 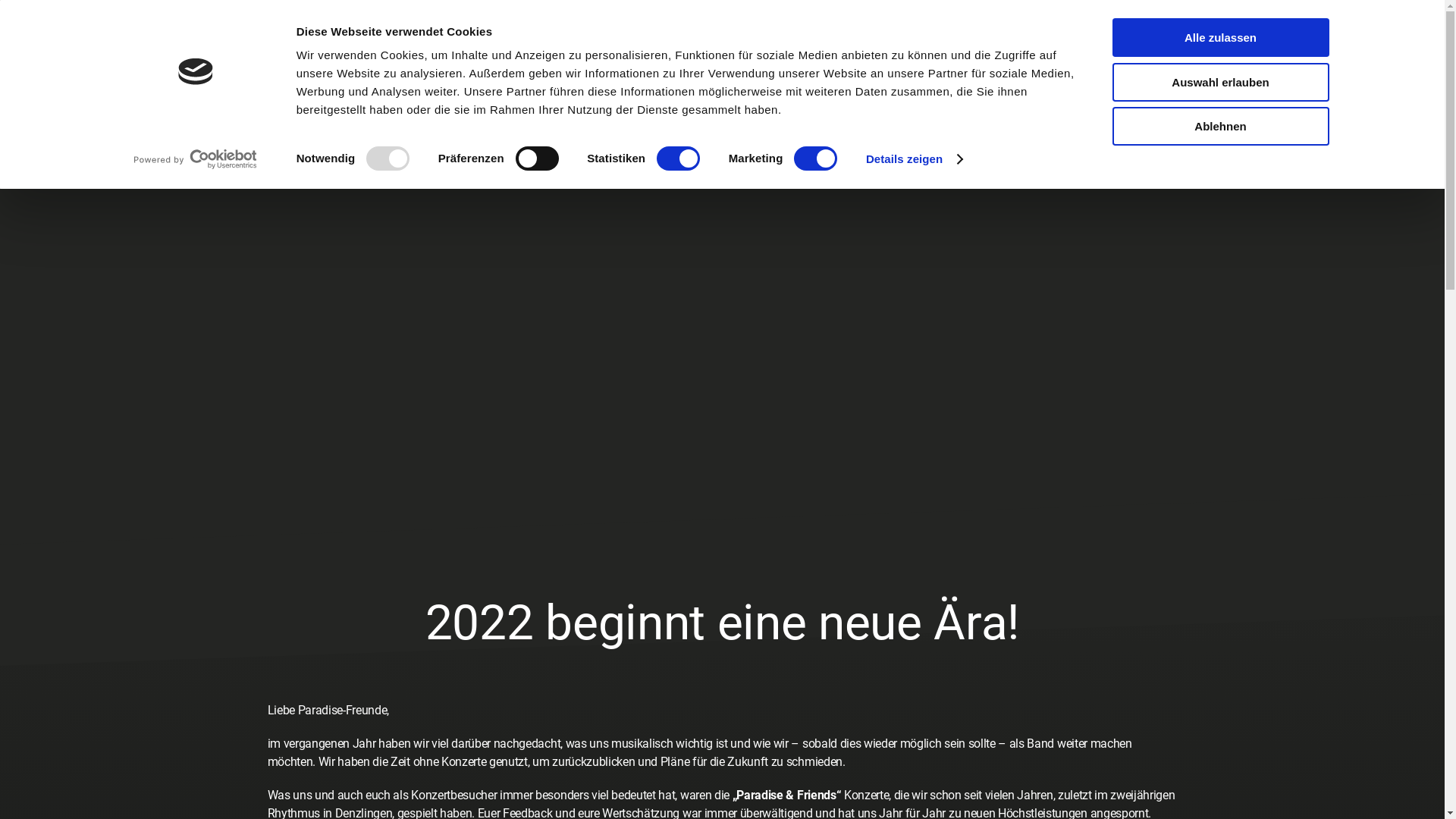 What do you see at coordinates (866, 158) in the screenshot?
I see `'Details zeigen'` at bounding box center [866, 158].